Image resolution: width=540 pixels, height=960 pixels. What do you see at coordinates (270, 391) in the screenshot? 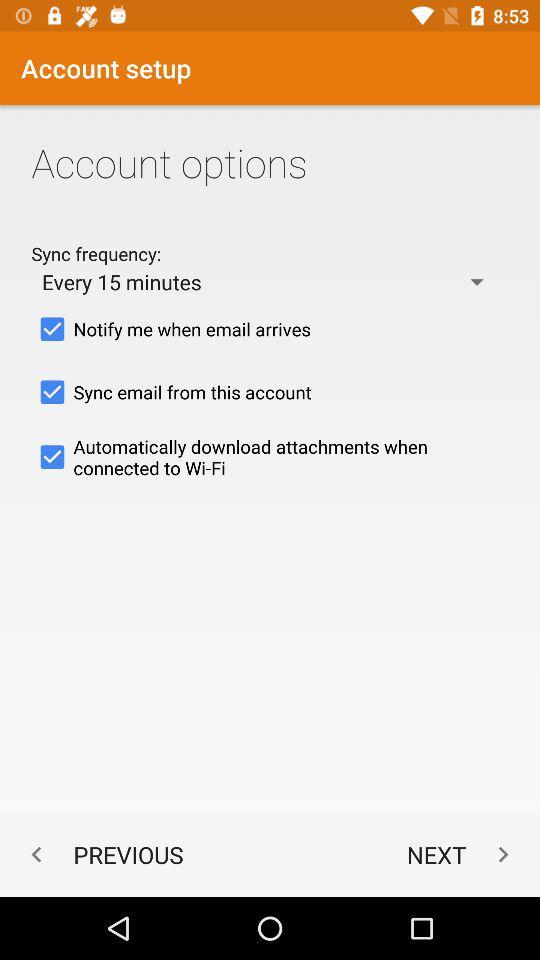
I see `the checkbox below the notify me when` at bounding box center [270, 391].